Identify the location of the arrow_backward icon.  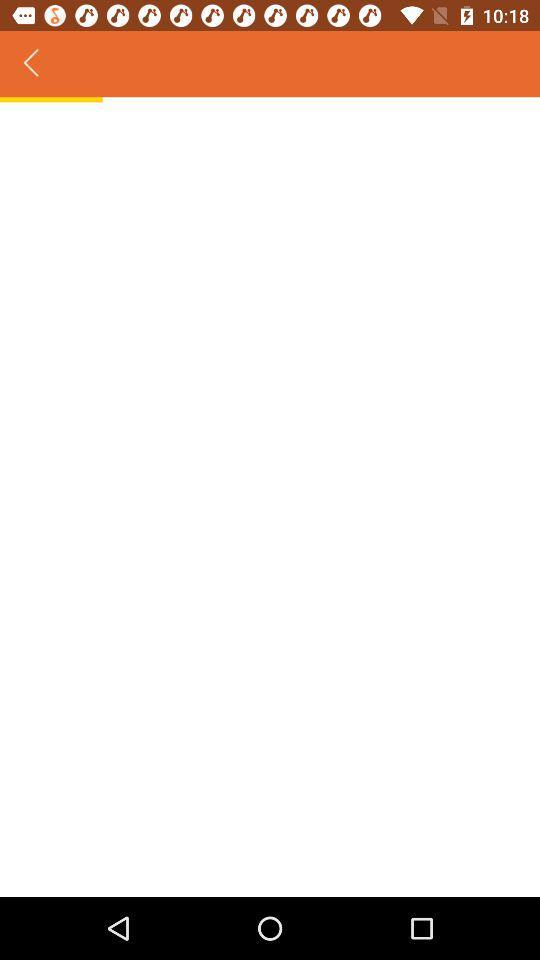
(31, 68).